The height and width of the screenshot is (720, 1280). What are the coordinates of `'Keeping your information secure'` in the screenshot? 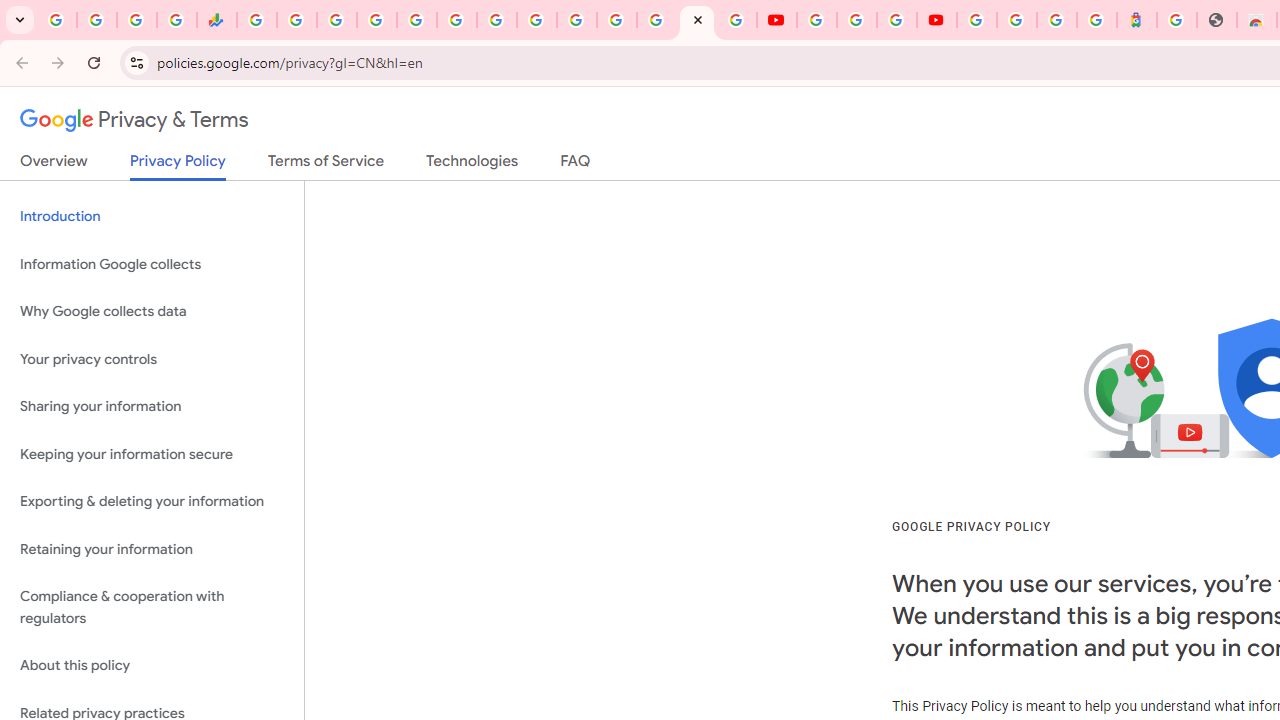 It's located at (151, 454).